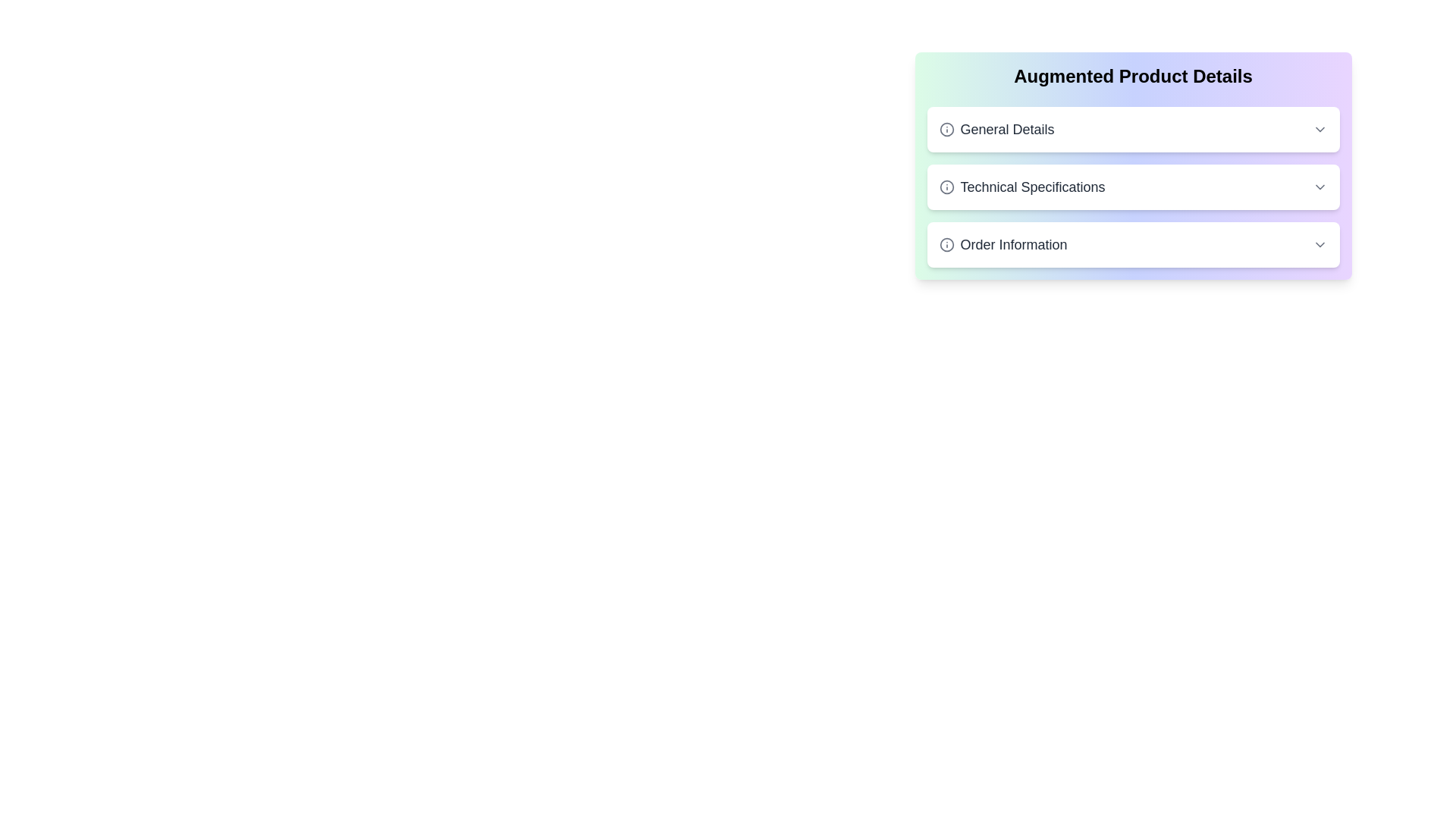  What do you see at coordinates (946, 128) in the screenshot?
I see `the SVG circle element that serves as an icon for the 'General Details' section, located on the left side of the text label in the first row` at bounding box center [946, 128].